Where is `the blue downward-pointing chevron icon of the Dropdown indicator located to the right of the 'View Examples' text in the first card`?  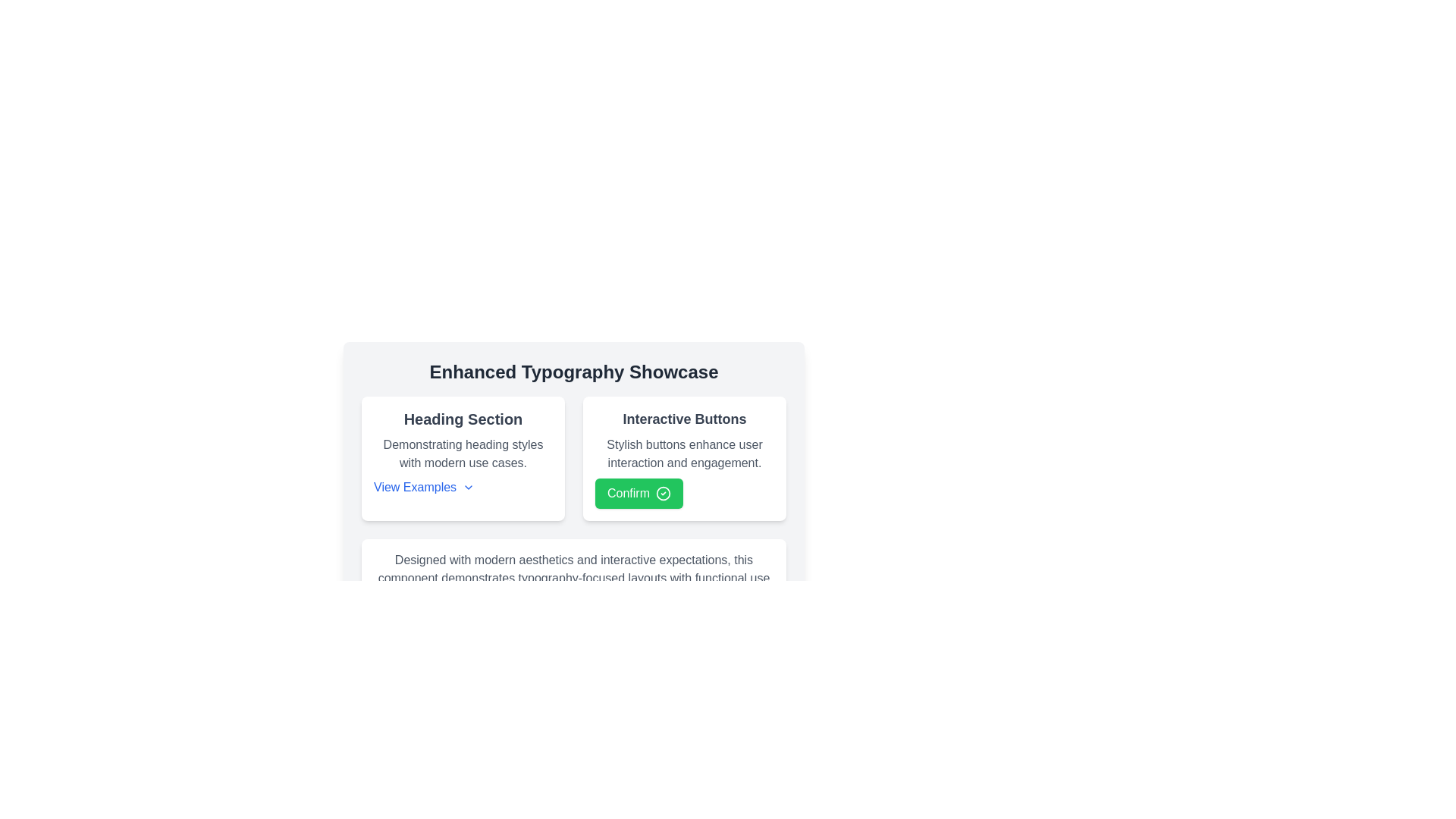
the blue downward-pointing chevron icon of the Dropdown indicator located to the right of the 'View Examples' text in the first card is located at coordinates (468, 488).